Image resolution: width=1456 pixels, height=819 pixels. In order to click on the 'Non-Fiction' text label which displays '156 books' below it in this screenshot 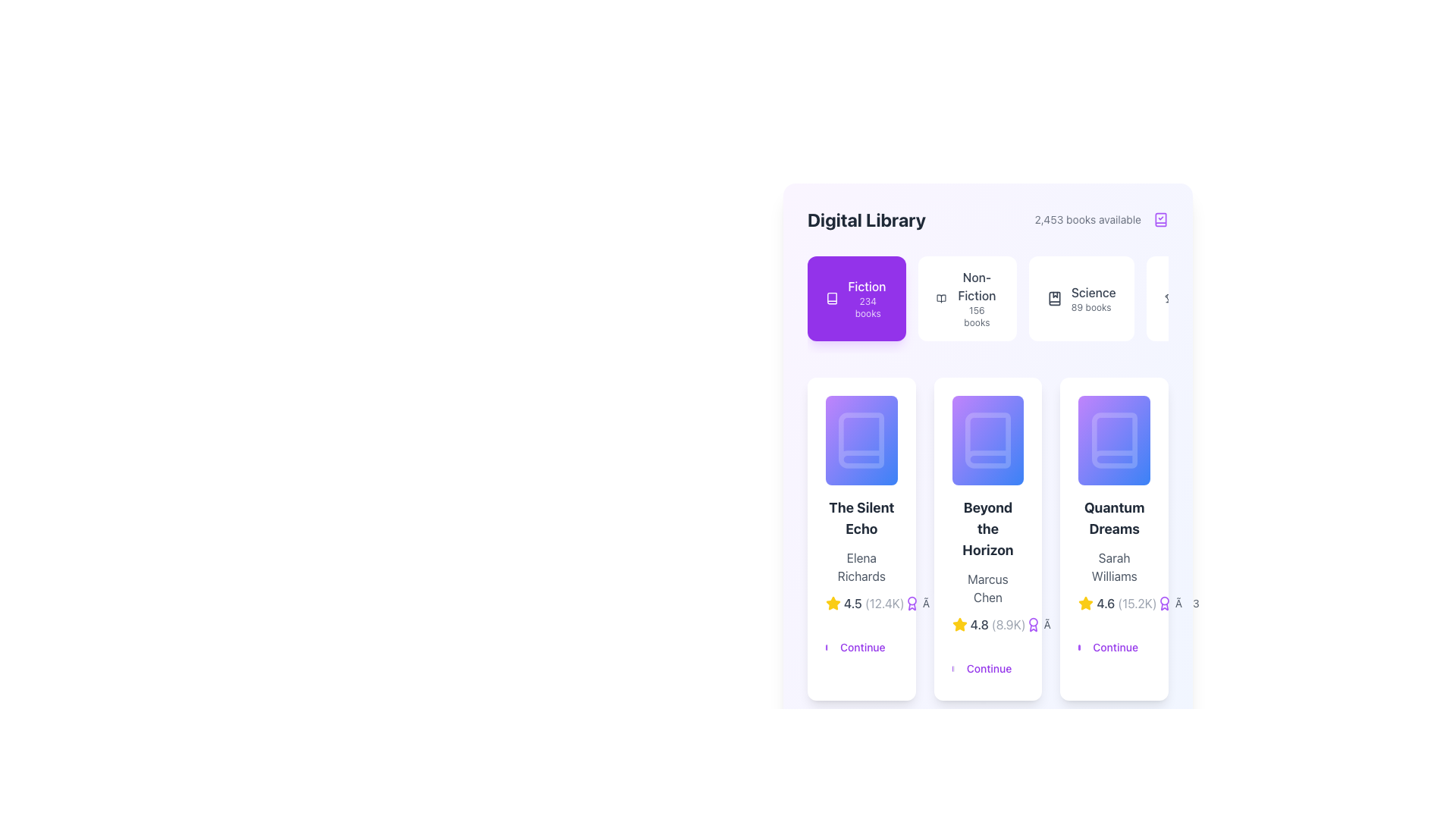, I will do `click(977, 298)`.